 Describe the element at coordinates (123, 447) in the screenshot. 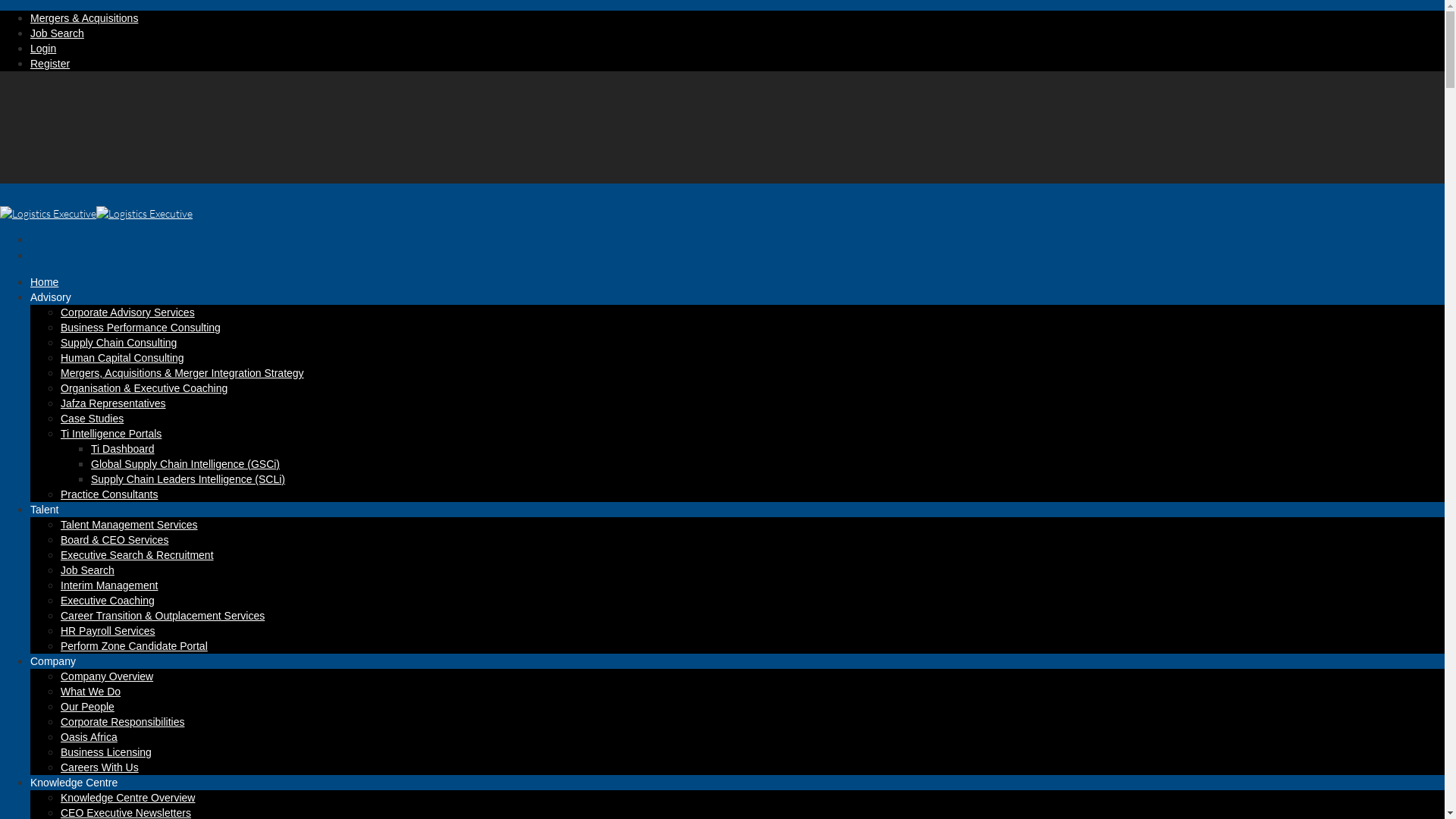

I see `'Ti Dashboard'` at that location.